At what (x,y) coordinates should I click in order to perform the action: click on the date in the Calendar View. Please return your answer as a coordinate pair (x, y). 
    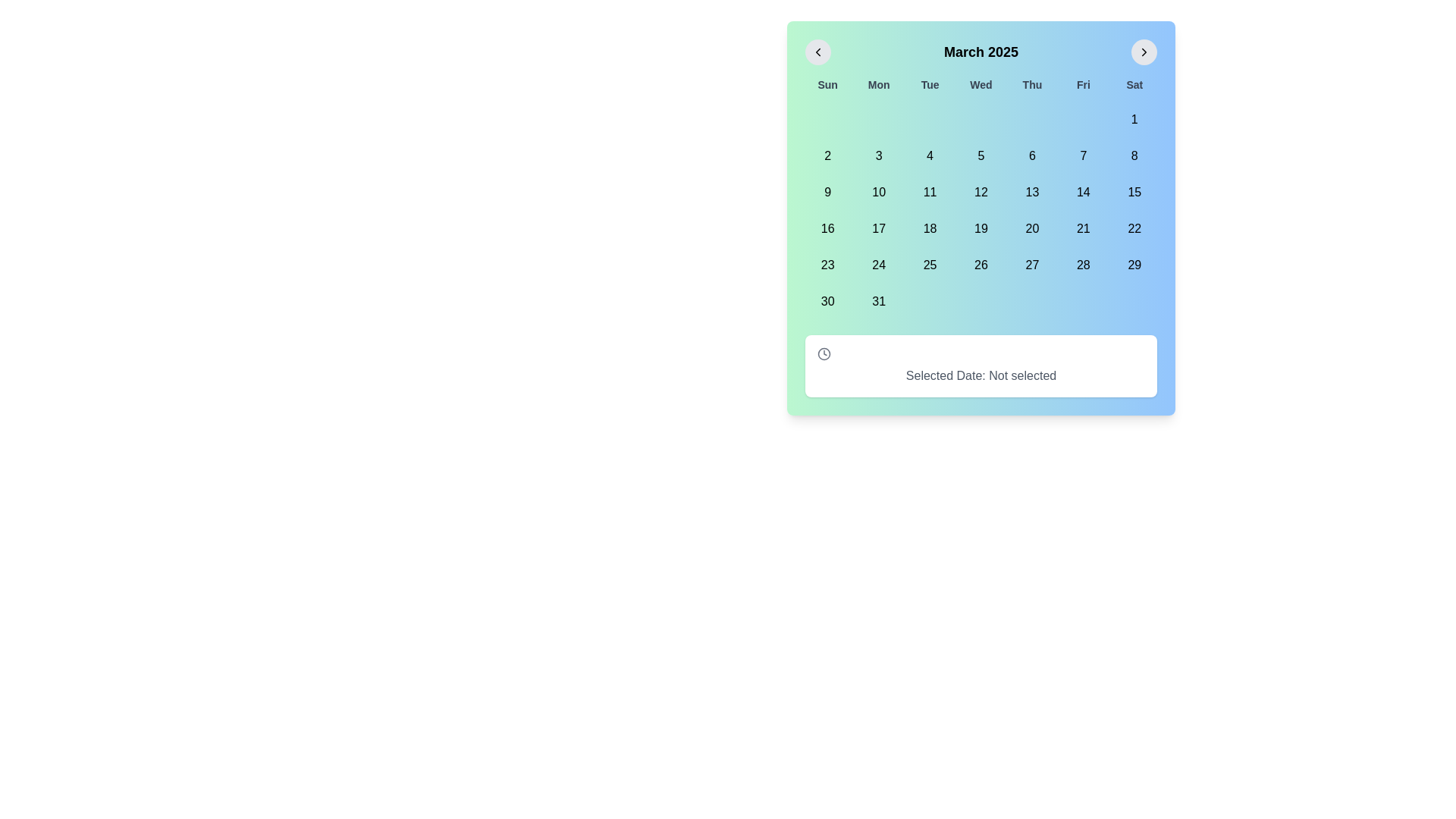
    Looking at the image, I should click on (981, 218).